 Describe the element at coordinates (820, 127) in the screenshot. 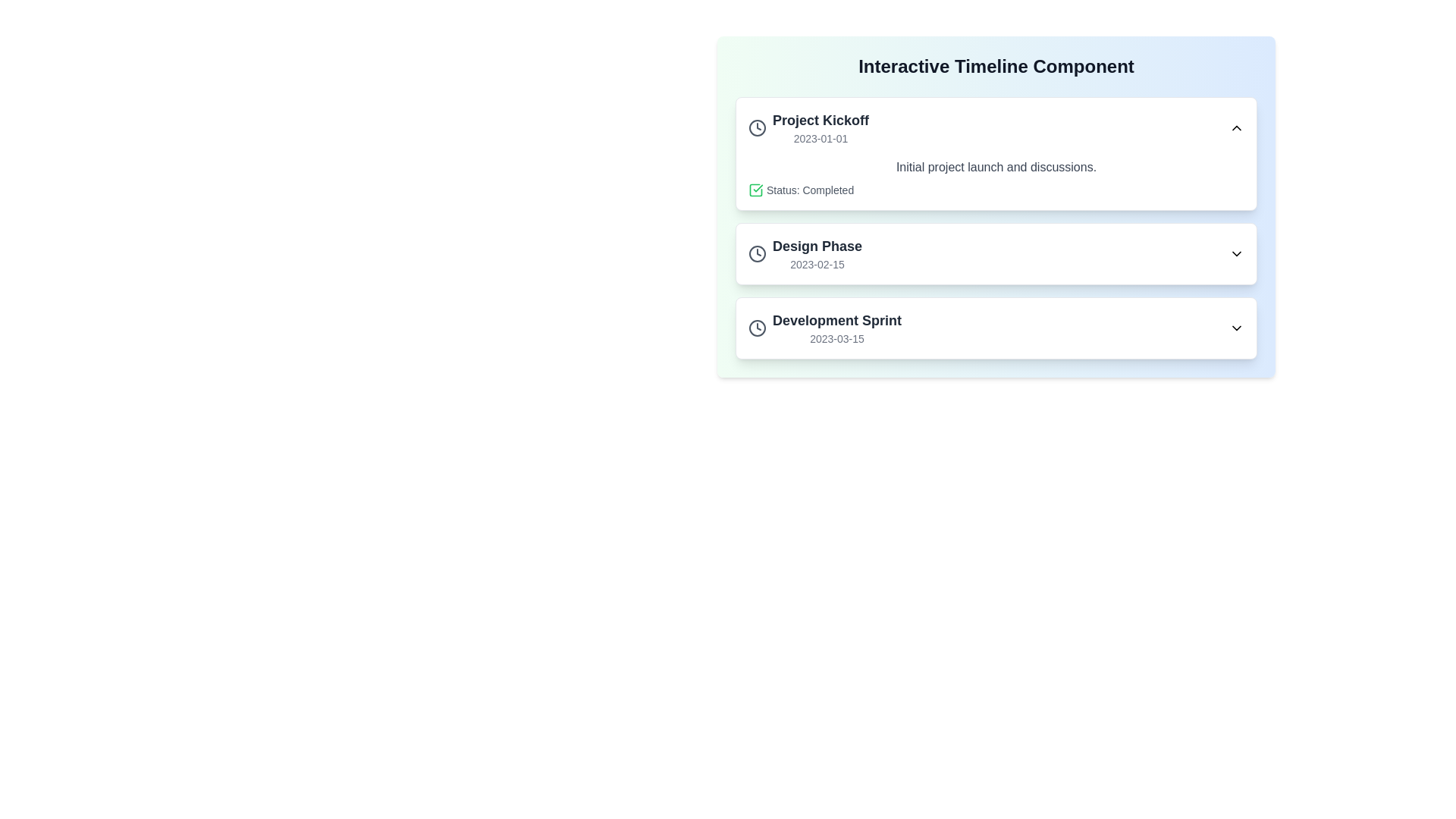

I see `the Text label that provides a title and date for the project kickoff event, which is the first item in a list of events and located near the top of the interface` at that location.